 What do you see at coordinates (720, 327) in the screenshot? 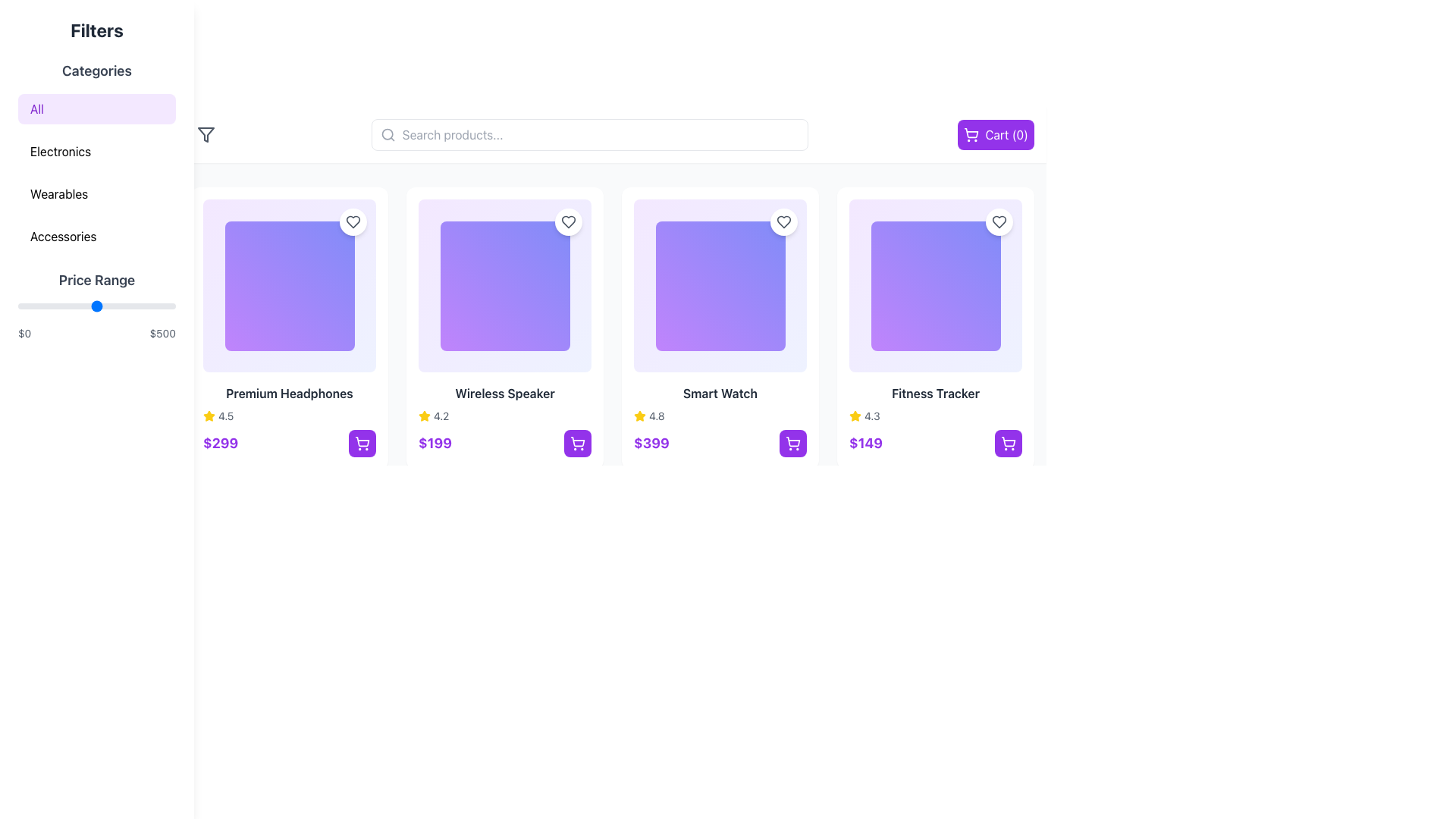
I see `the third Product card element displaying 'Smart Watch' with a purple price of '$399' located in a four-column grid layout` at bounding box center [720, 327].